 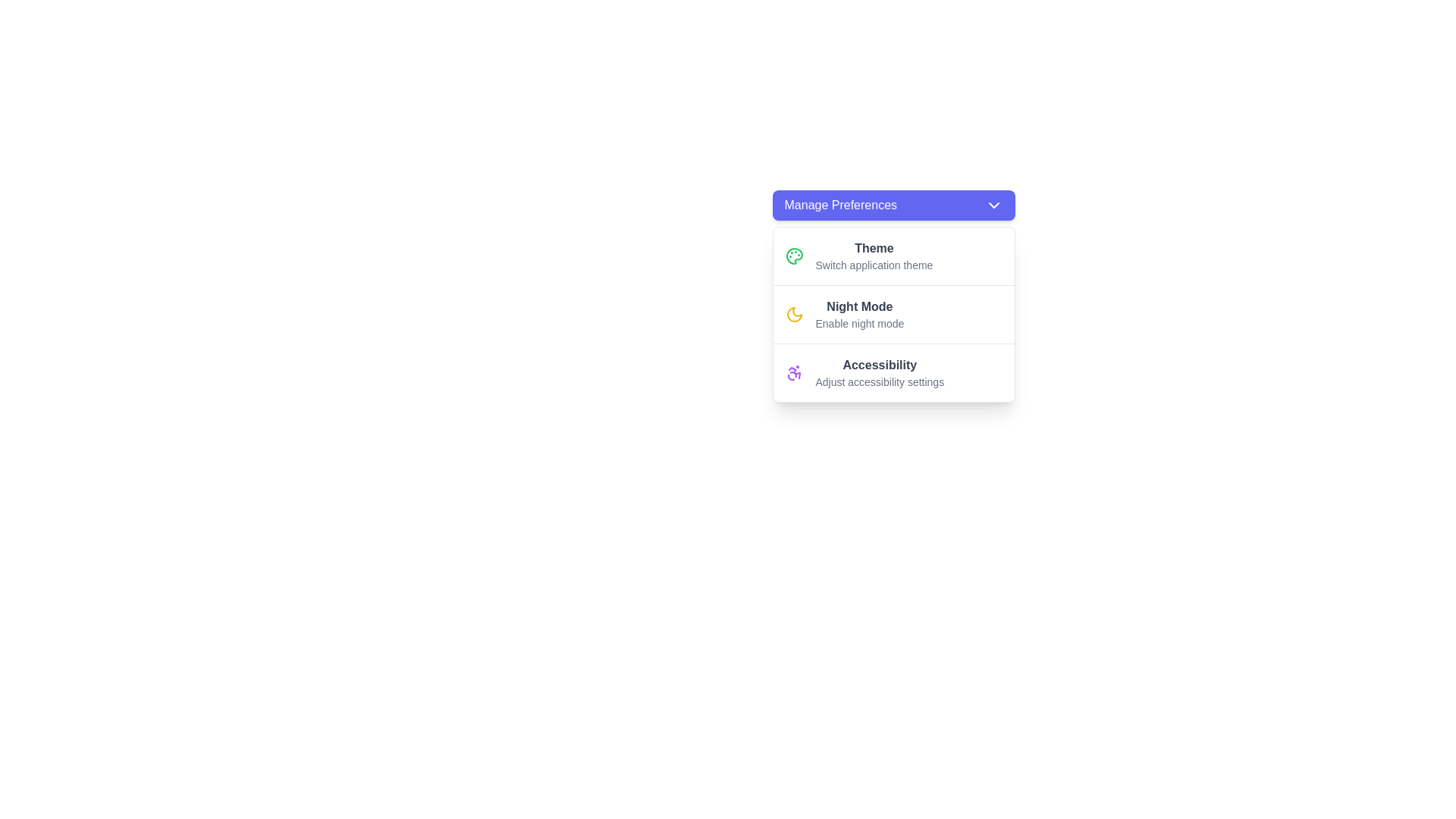 I want to click on the bold text label 'Theme' in dark gray located in the 'Preferences' dropdown below 'Manage Preferences.', so click(x=874, y=247).